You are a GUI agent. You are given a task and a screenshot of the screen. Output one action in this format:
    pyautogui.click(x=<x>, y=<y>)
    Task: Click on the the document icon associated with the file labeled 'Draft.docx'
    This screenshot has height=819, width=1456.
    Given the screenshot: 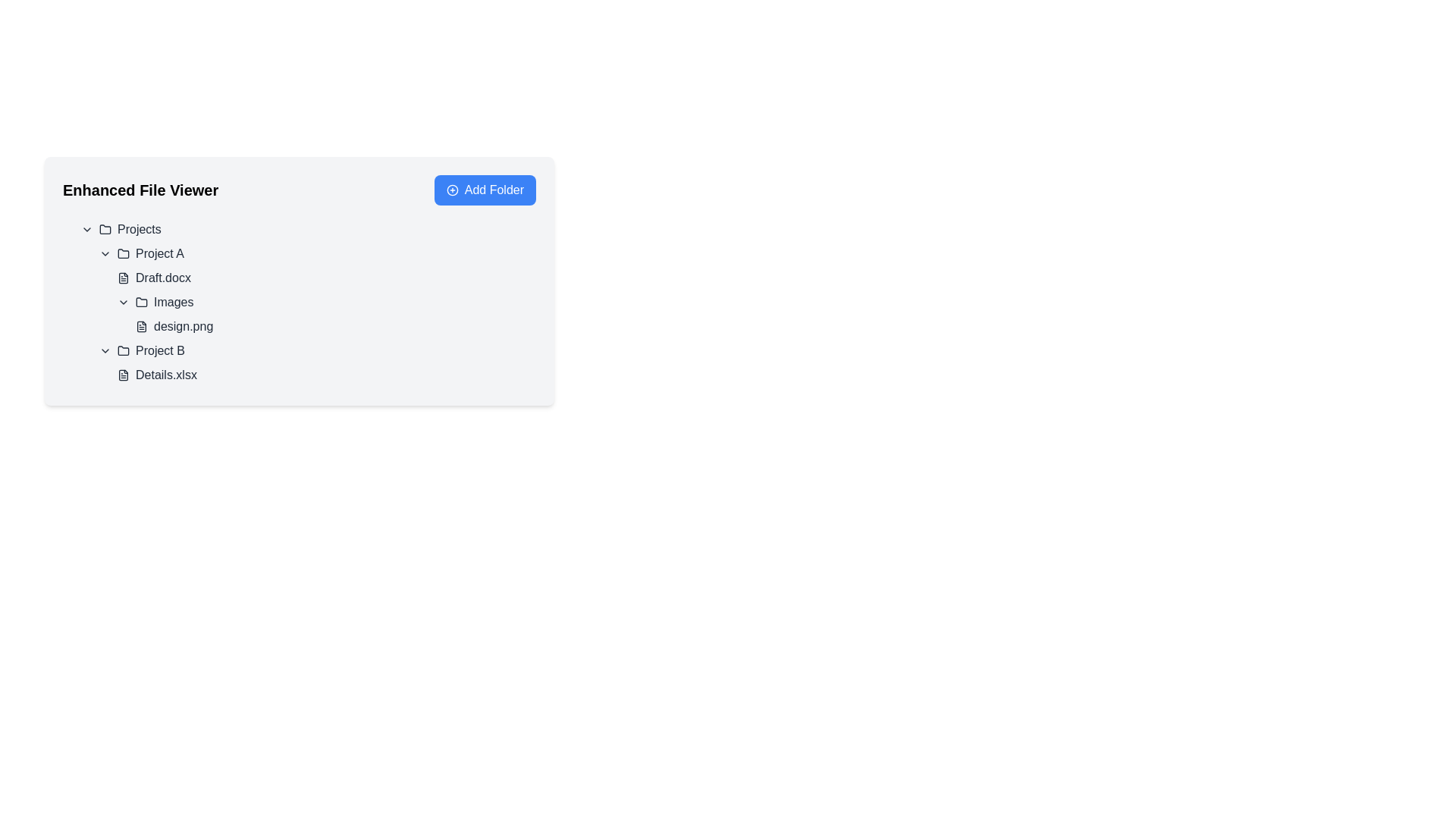 What is the action you would take?
    pyautogui.click(x=124, y=278)
    